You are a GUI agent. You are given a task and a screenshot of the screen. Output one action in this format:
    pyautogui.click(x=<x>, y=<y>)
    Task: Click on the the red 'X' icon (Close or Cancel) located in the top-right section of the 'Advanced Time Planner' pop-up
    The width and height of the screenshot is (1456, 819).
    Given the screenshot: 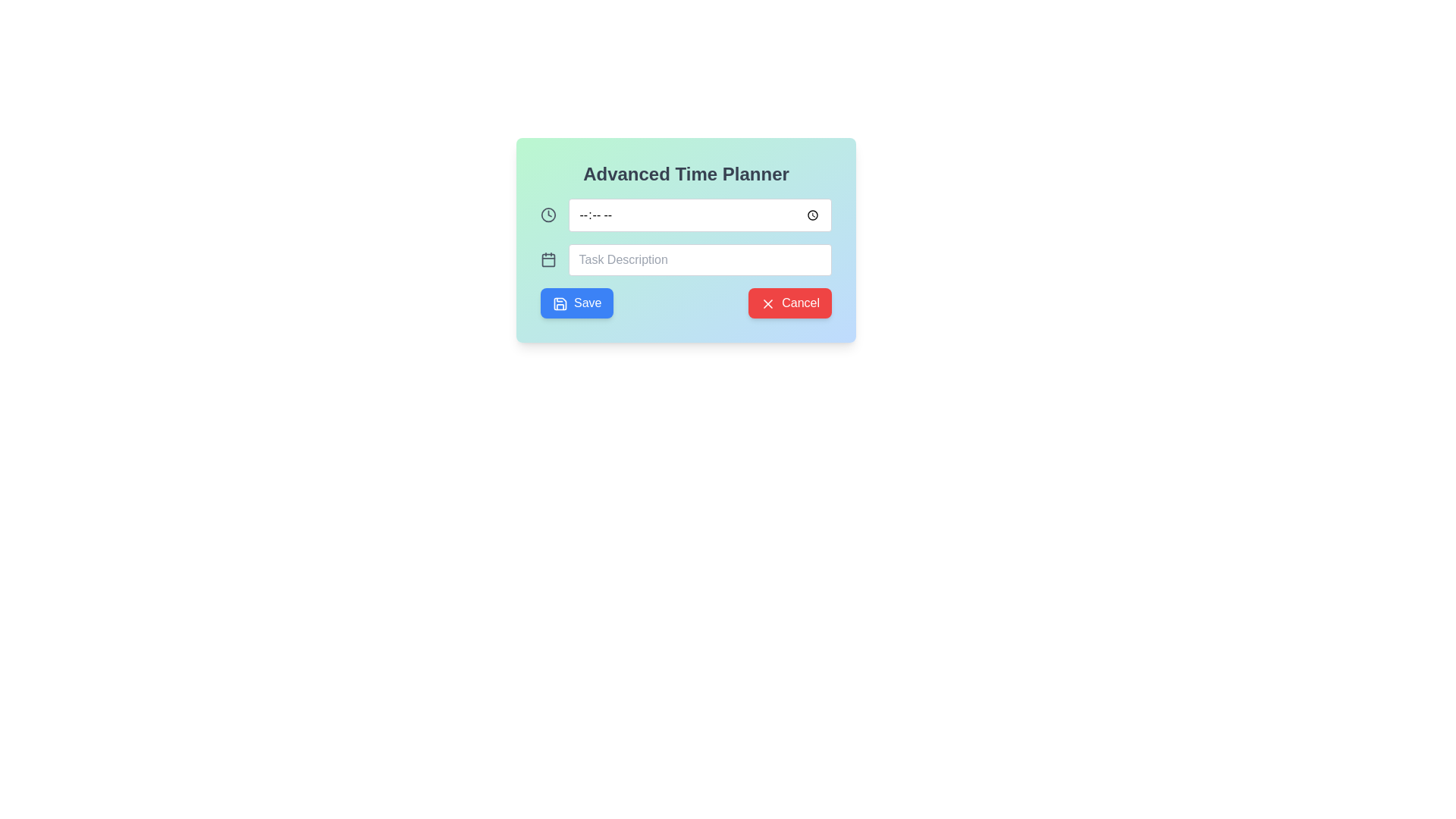 What is the action you would take?
    pyautogui.click(x=768, y=303)
    